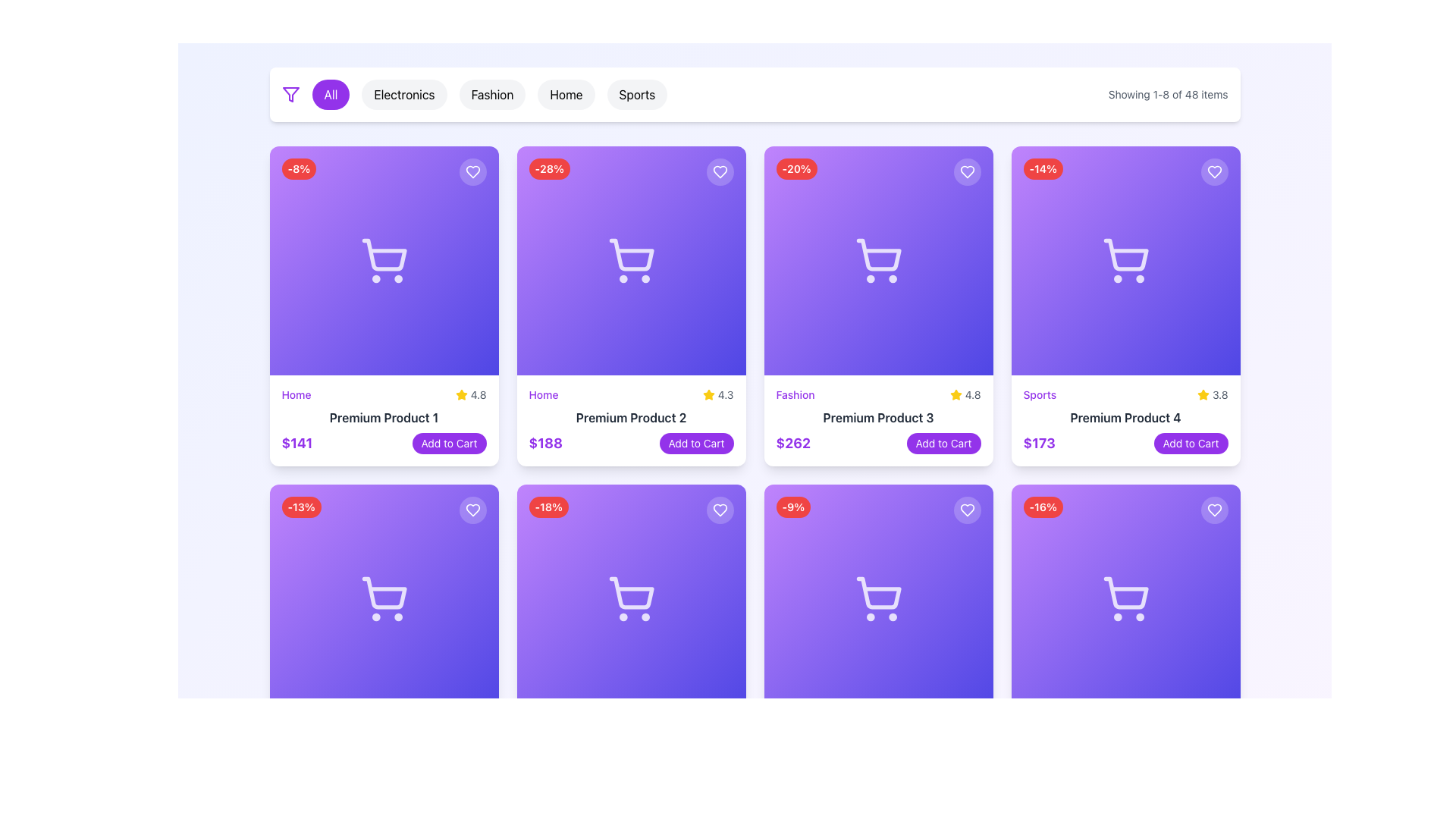 The width and height of the screenshot is (1456, 819). Describe the element at coordinates (792, 507) in the screenshot. I see `the discount percentage label located at the top-left corner of the product card in the fourth column of the second row in the grid layout` at that location.